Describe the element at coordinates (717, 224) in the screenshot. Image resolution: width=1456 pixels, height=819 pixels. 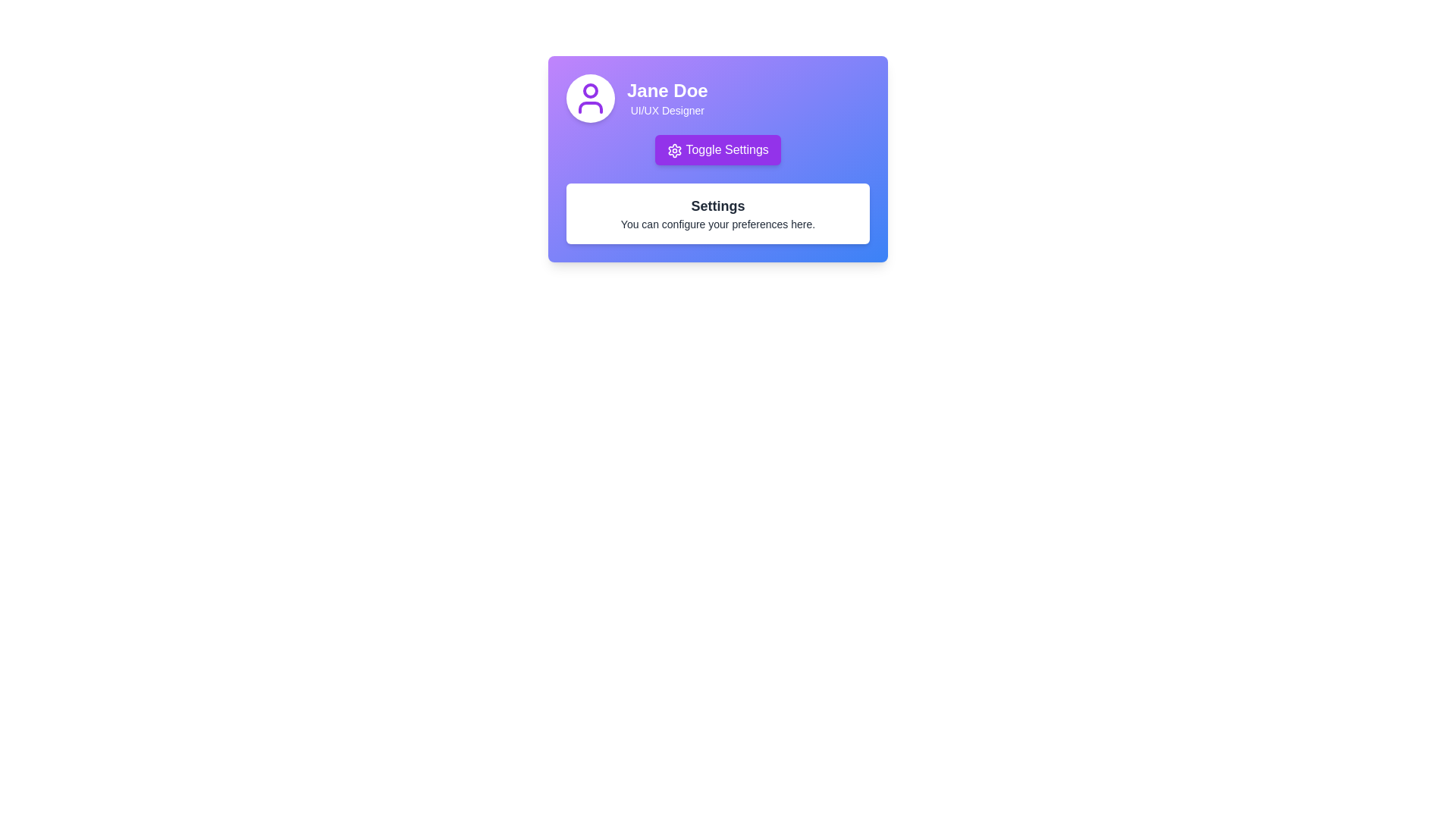
I see `the informational text displaying 'You can configure your preferences here.' which is styled with a smaller font size and is located directly below the title 'Settings.'` at that location.